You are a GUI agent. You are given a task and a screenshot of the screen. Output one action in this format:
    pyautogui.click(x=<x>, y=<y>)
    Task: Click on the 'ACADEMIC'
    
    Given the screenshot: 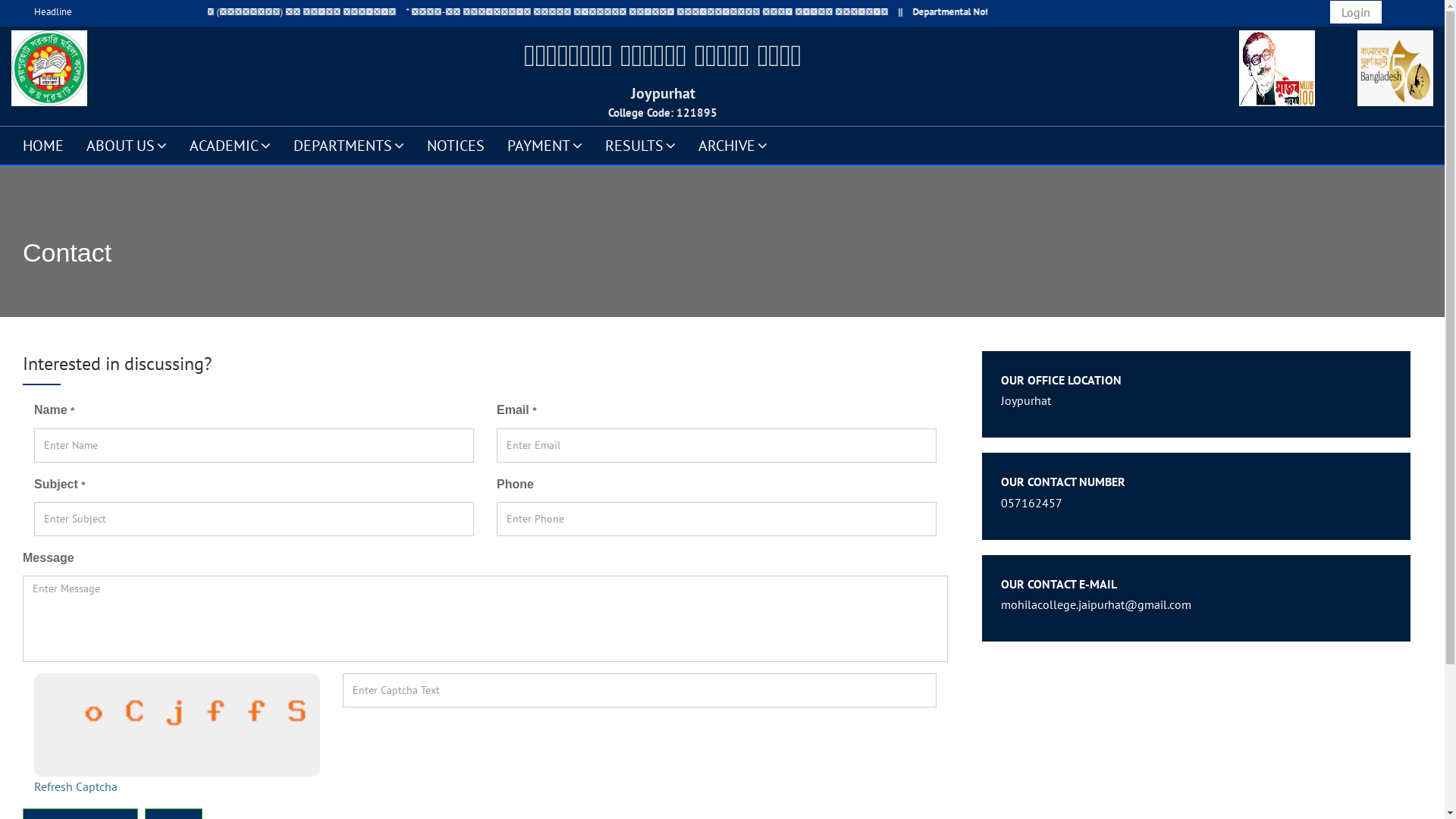 What is the action you would take?
    pyautogui.click(x=178, y=145)
    